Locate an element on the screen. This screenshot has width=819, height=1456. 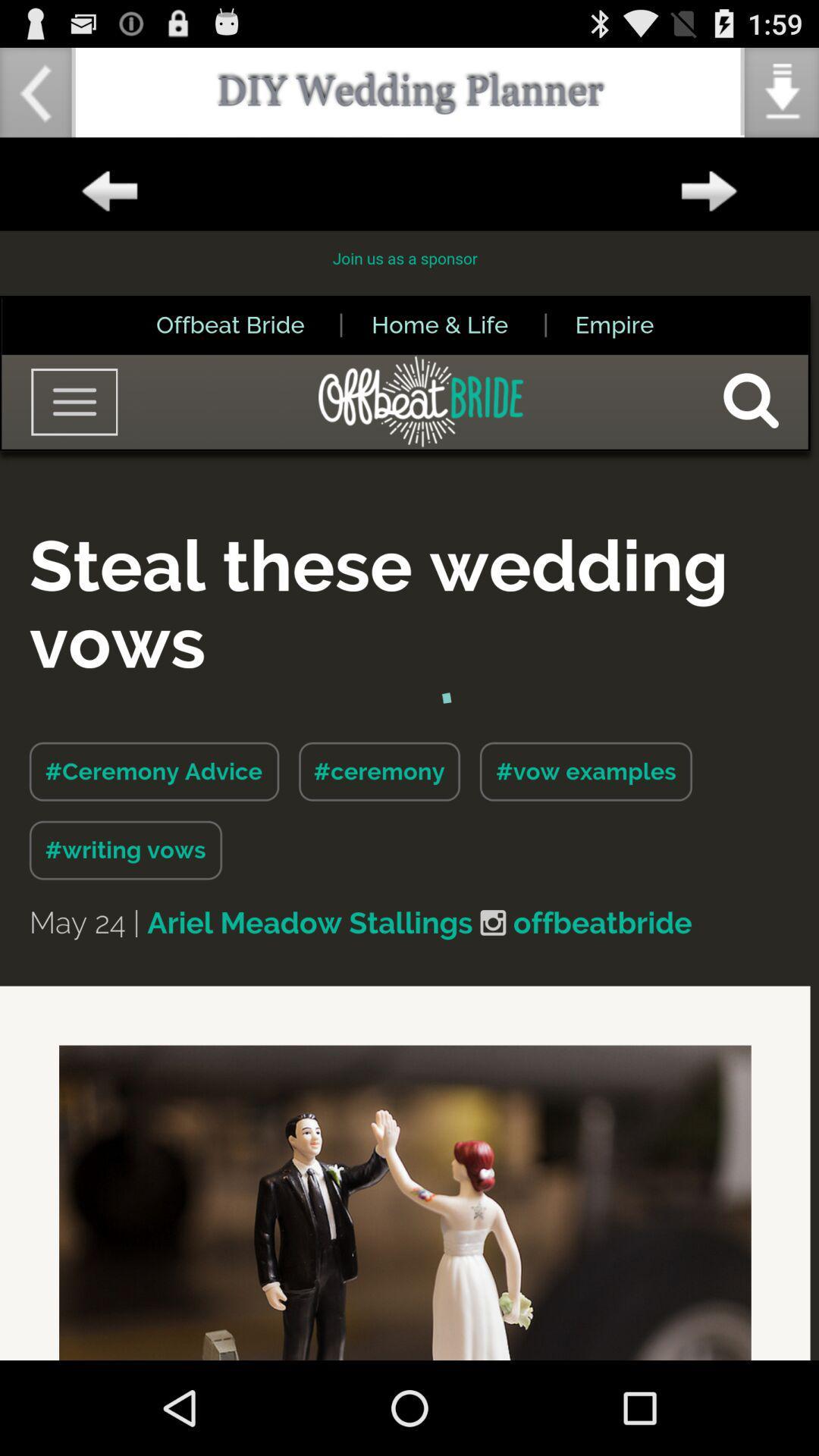
the arrow_forward icon is located at coordinates (709, 205).